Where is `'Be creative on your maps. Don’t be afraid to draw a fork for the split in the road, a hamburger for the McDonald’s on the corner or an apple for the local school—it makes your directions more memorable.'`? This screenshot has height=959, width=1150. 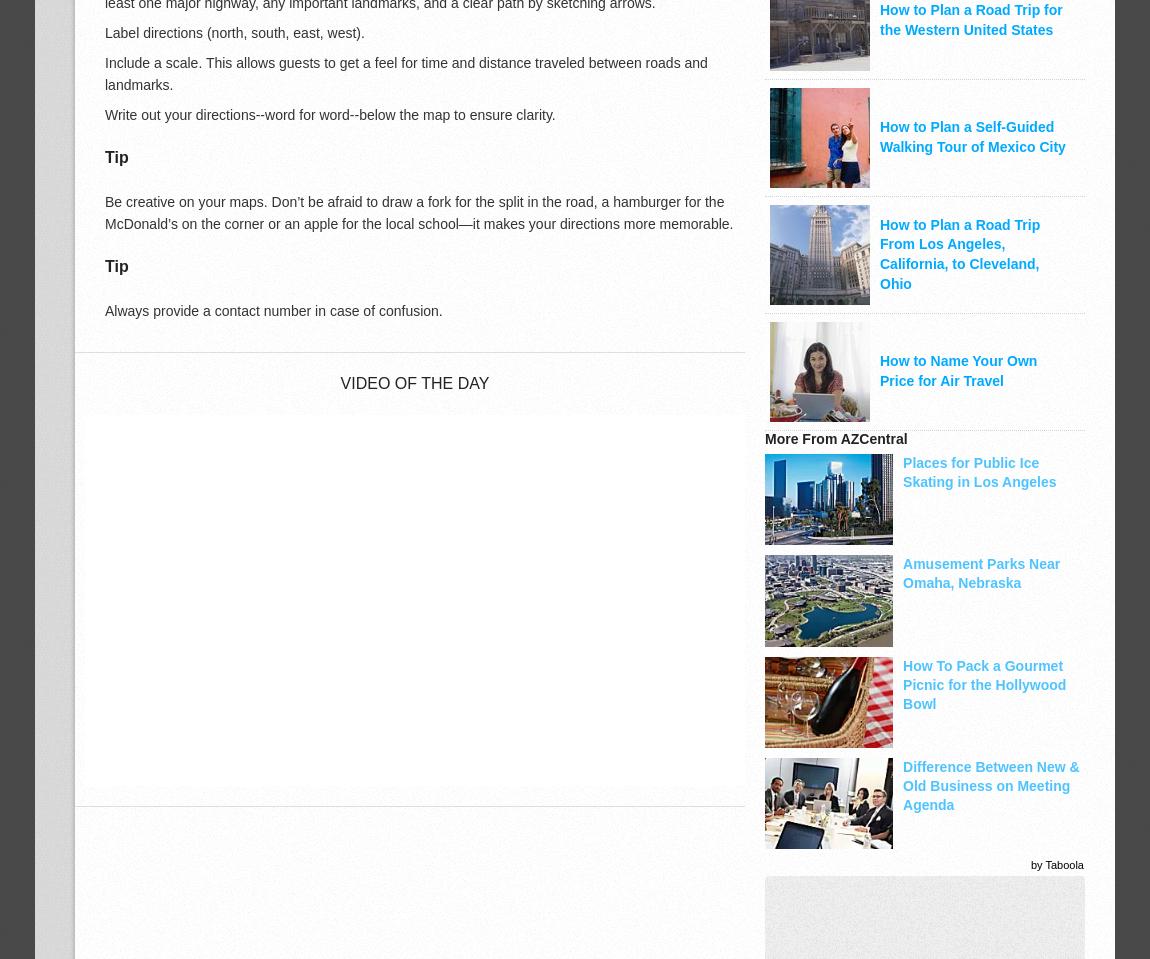
'Be creative on your maps. Don’t be afraid to draw a fork for the split in the road, a hamburger for the McDonald’s on the corner or an apple for the local school—it makes your directions more memorable.' is located at coordinates (103, 212).